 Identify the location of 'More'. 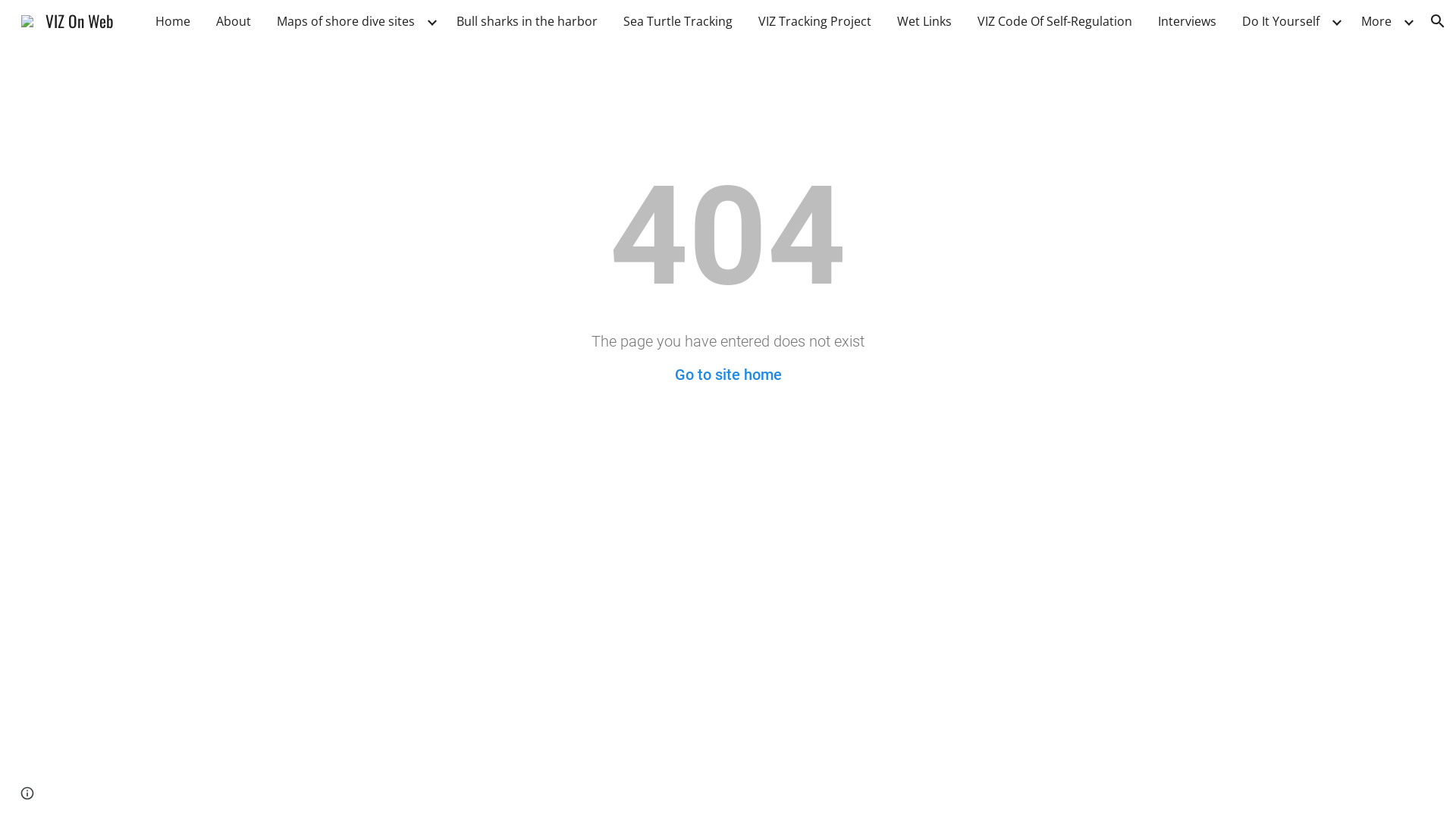
(1376, 20).